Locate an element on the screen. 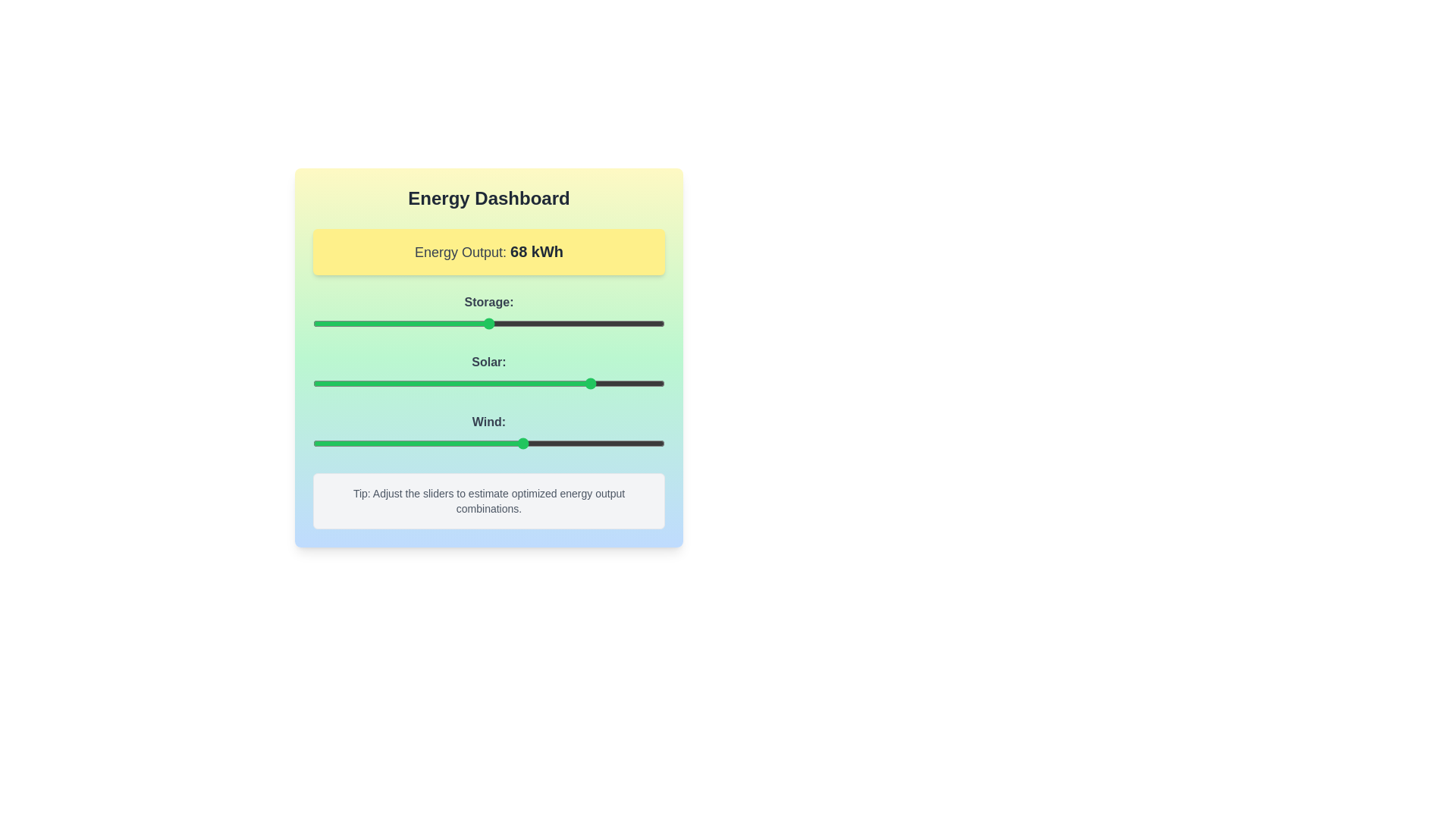 This screenshot has height=819, width=1456. the 'Wind' slider to set its value to 68 is located at coordinates (551, 444).